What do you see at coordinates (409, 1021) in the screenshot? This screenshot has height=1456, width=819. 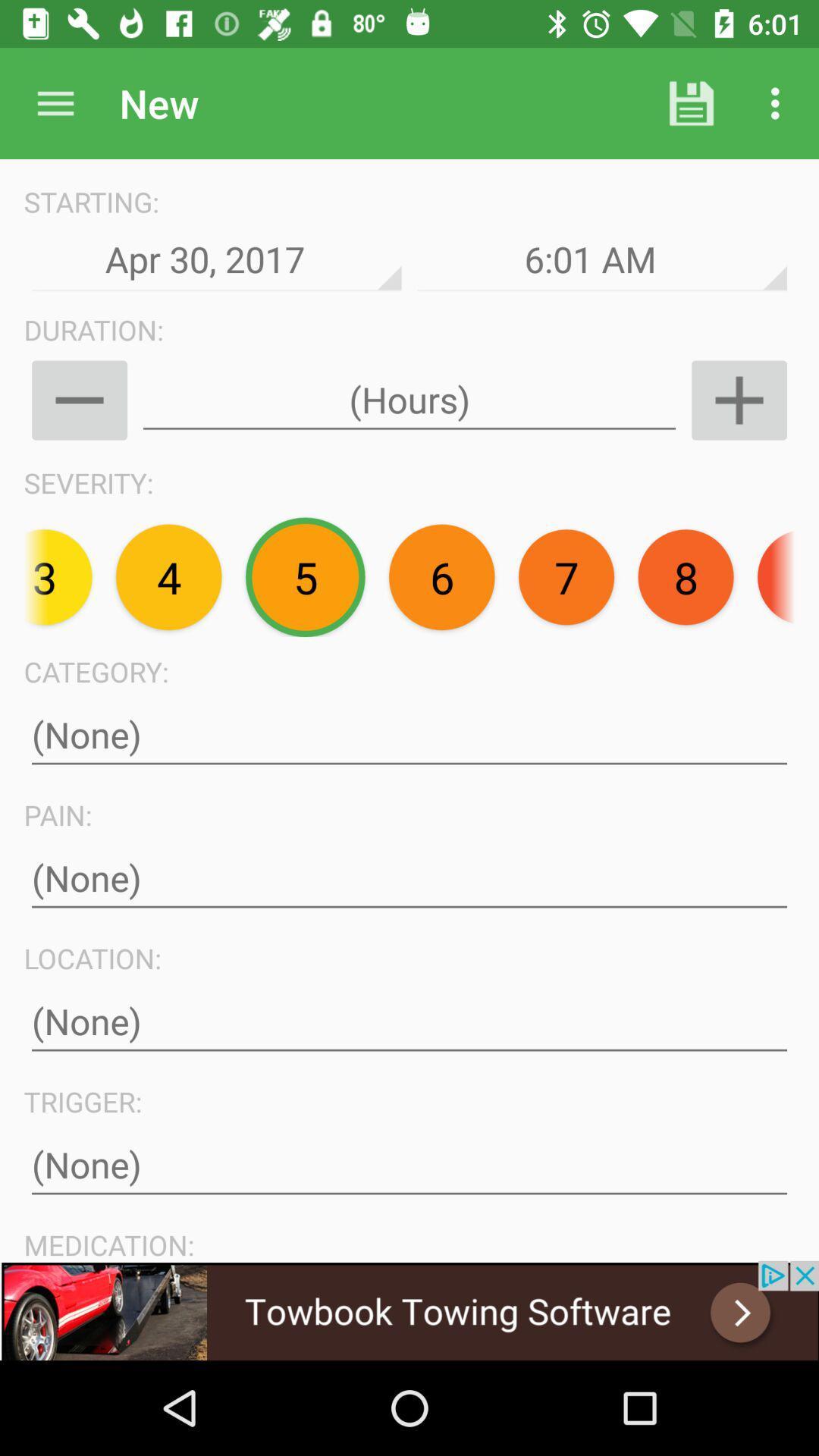 I see `description` at bounding box center [409, 1021].